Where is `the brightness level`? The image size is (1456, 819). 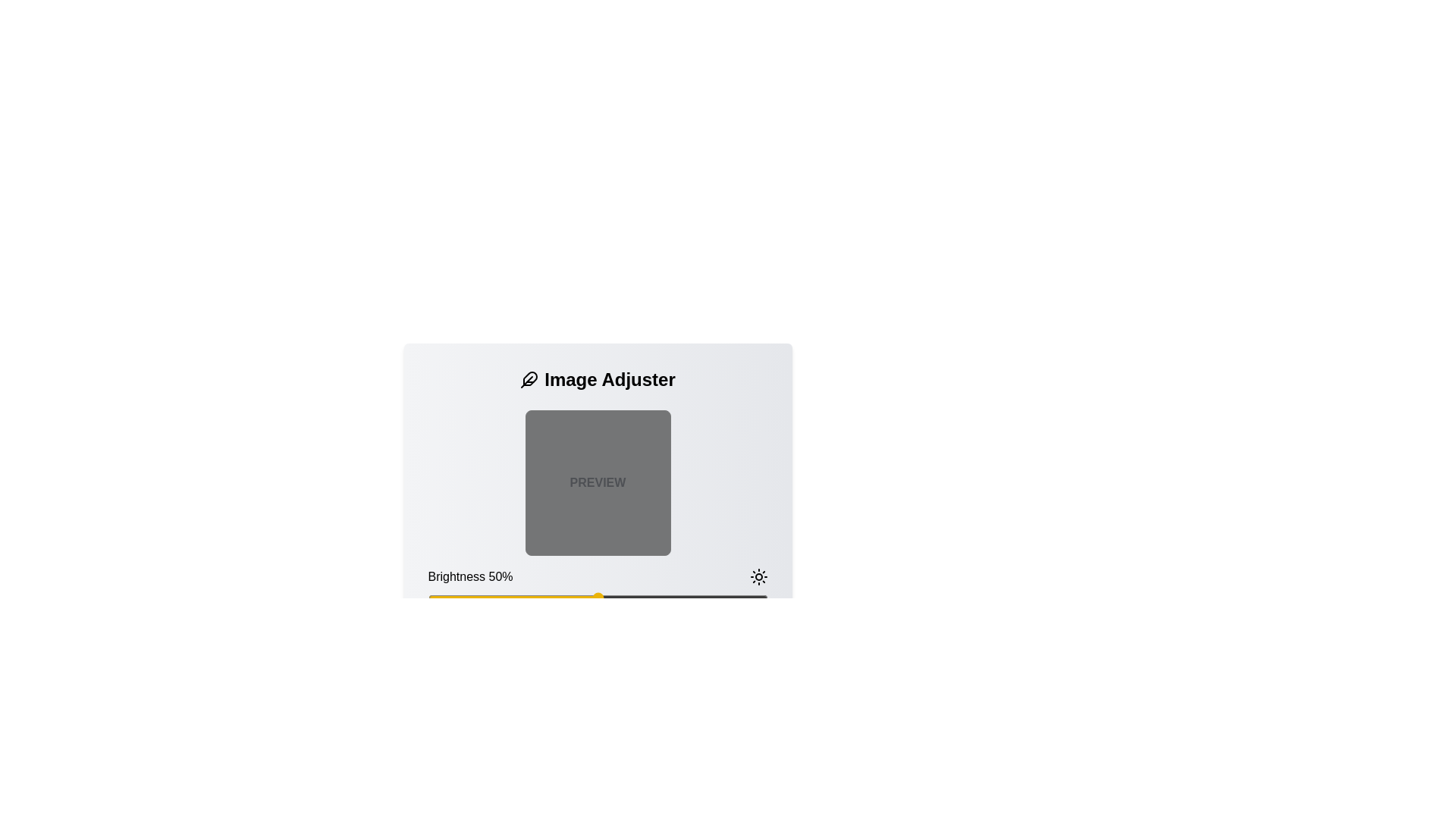 the brightness level is located at coordinates (489, 598).